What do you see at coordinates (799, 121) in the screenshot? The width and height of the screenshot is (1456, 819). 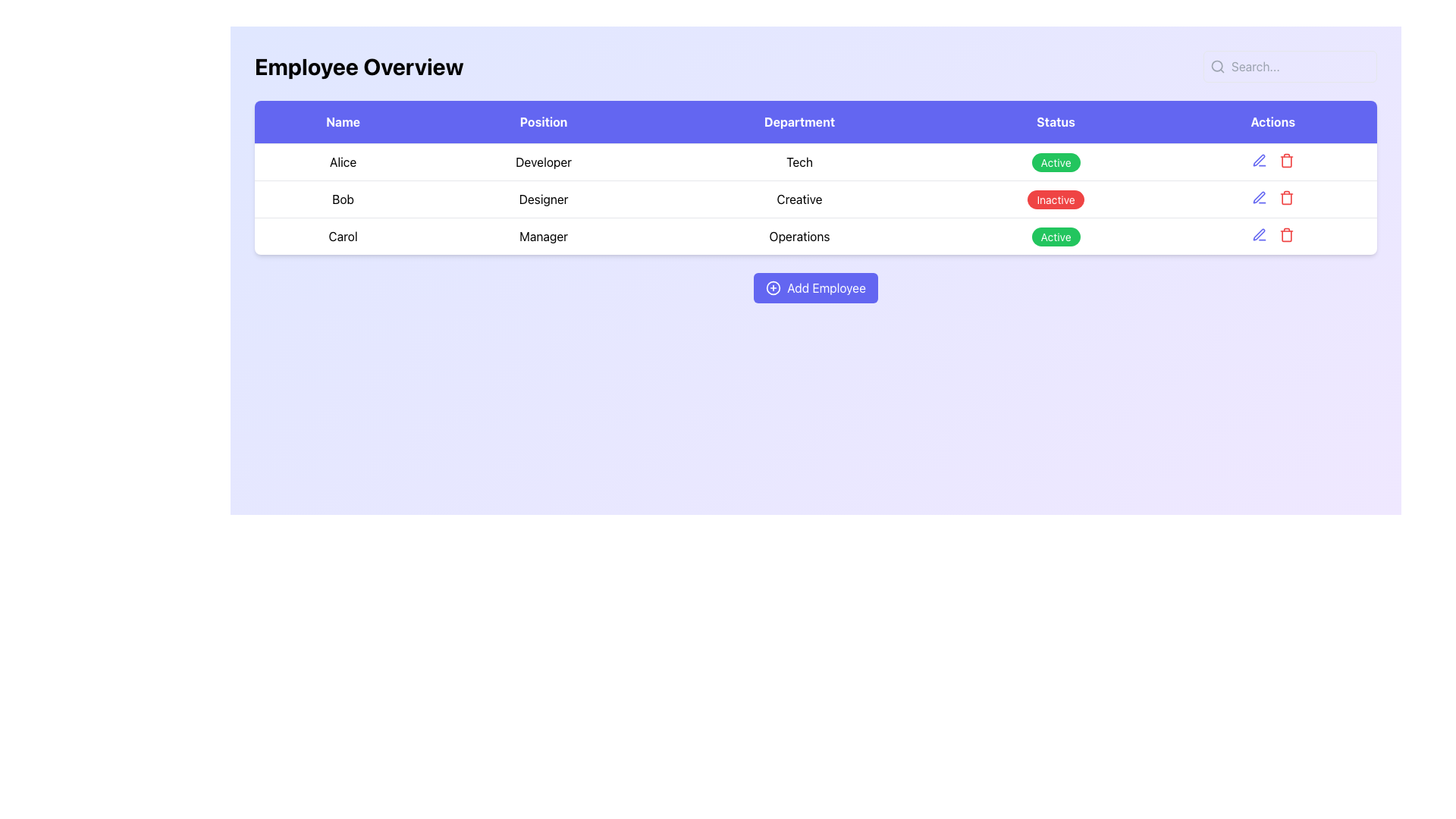 I see `the 'Department' text label which serves as a header for the corresponding column in the data table` at bounding box center [799, 121].